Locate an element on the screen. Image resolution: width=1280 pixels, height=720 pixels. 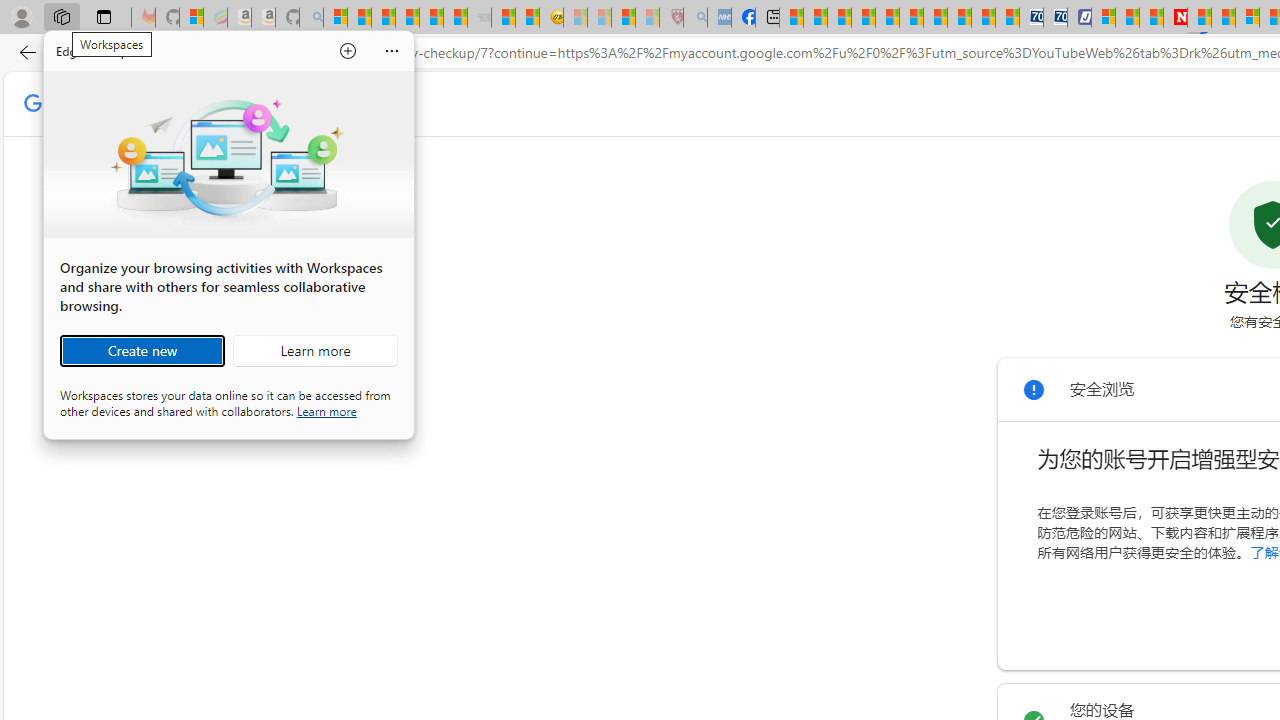
'Create new workspace' is located at coordinates (141, 350).